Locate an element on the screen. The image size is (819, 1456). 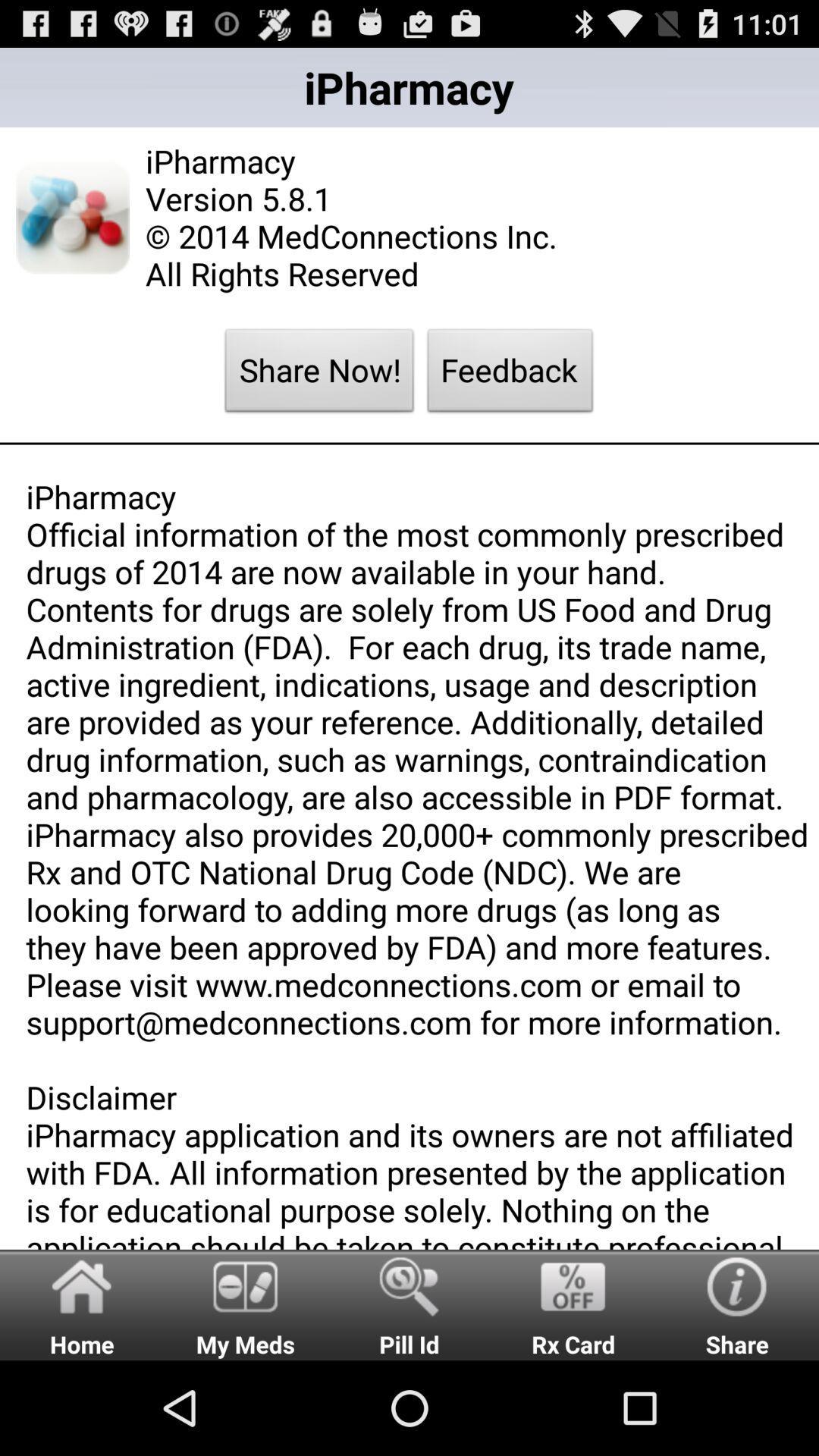
app below the ipharmacy official information icon is located at coordinates (409, 1304).